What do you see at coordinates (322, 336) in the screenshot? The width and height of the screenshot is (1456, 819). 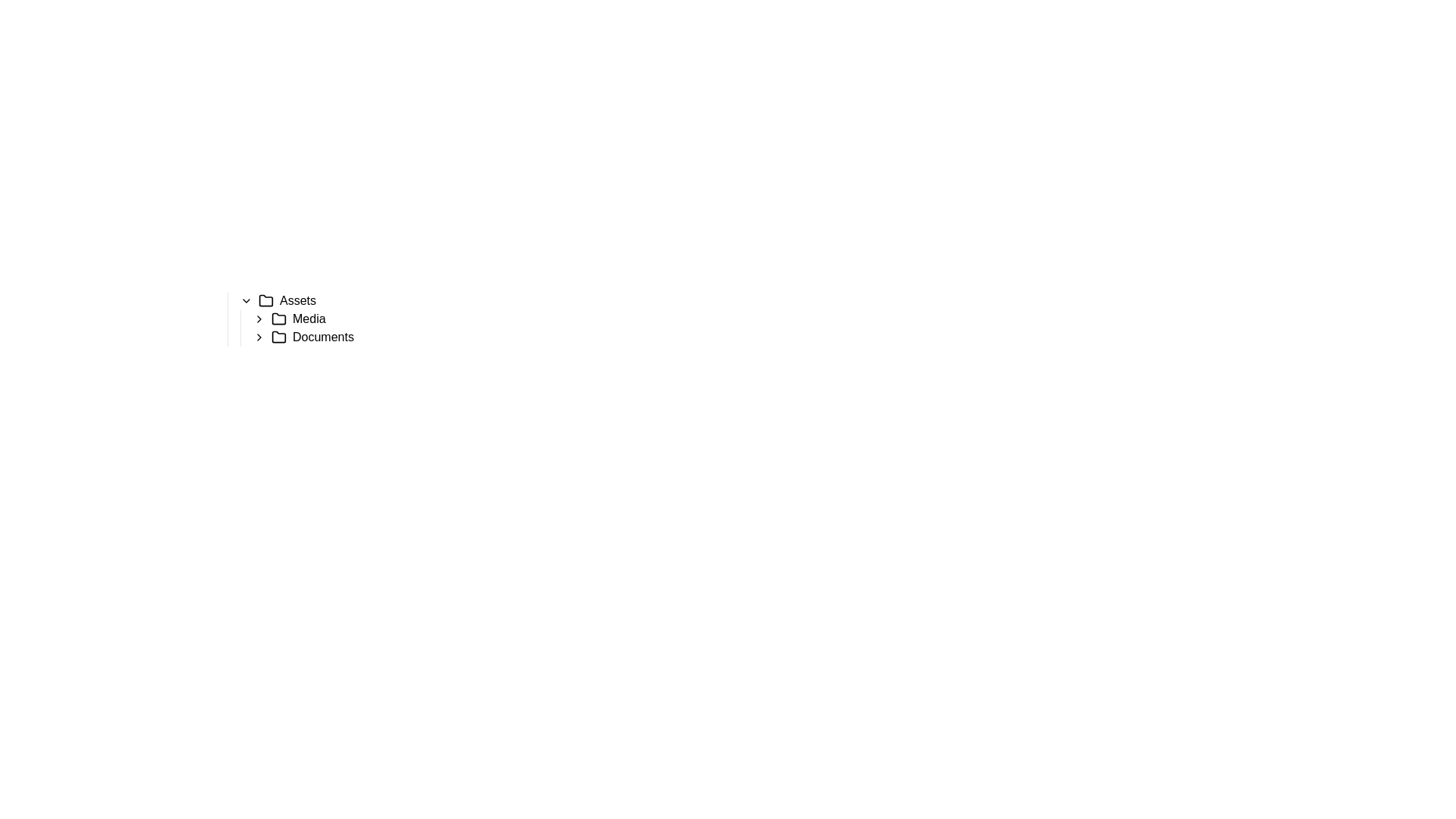 I see `the 'Documents' Text Label in the navigation tree` at bounding box center [322, 336].